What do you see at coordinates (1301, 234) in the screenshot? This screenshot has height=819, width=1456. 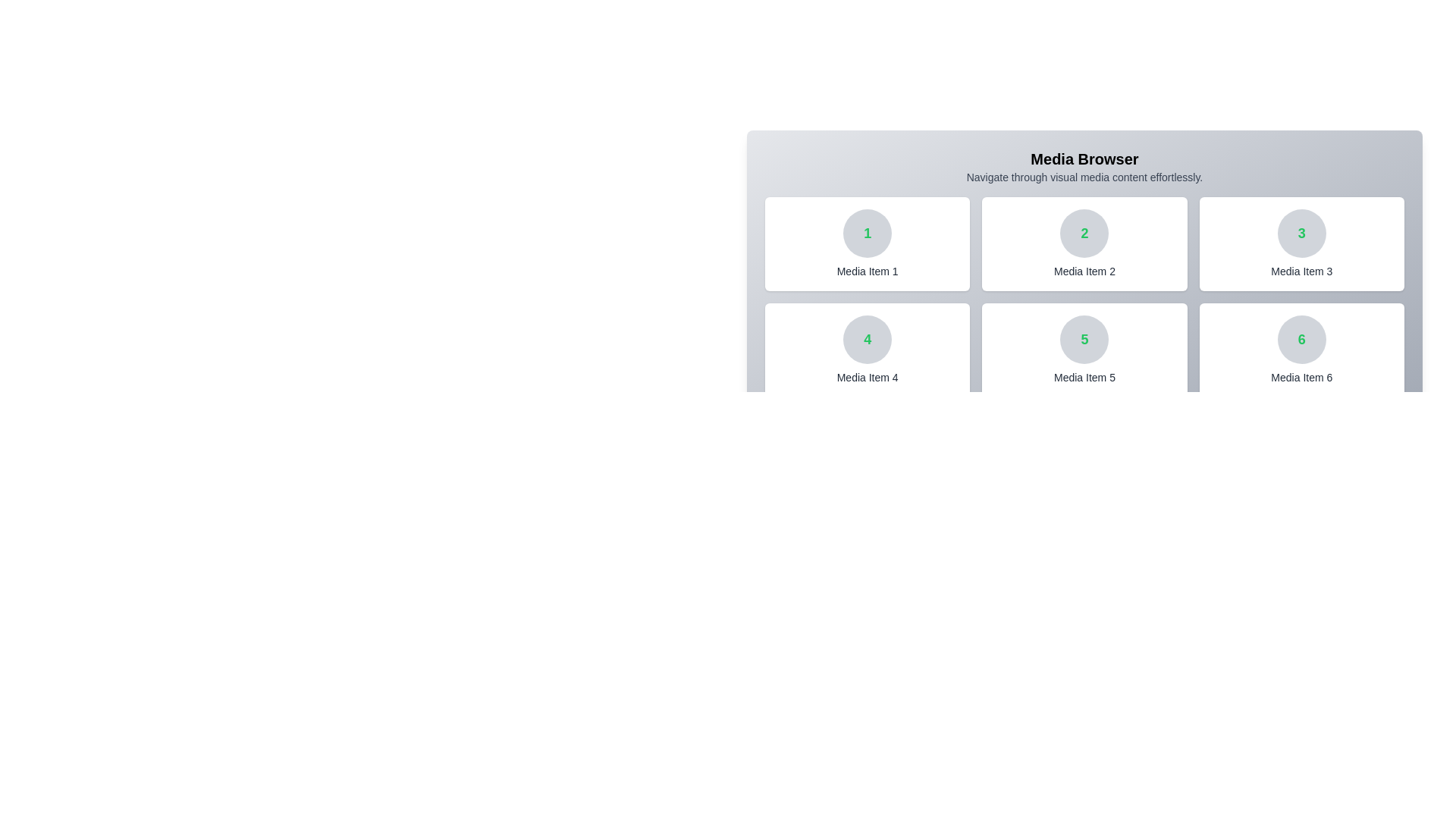 I see `the text element that identifies 'Media Item 3' located in the top-right section of the second row in the 'Media Browser' interface` at bounding box center [1301, 234].